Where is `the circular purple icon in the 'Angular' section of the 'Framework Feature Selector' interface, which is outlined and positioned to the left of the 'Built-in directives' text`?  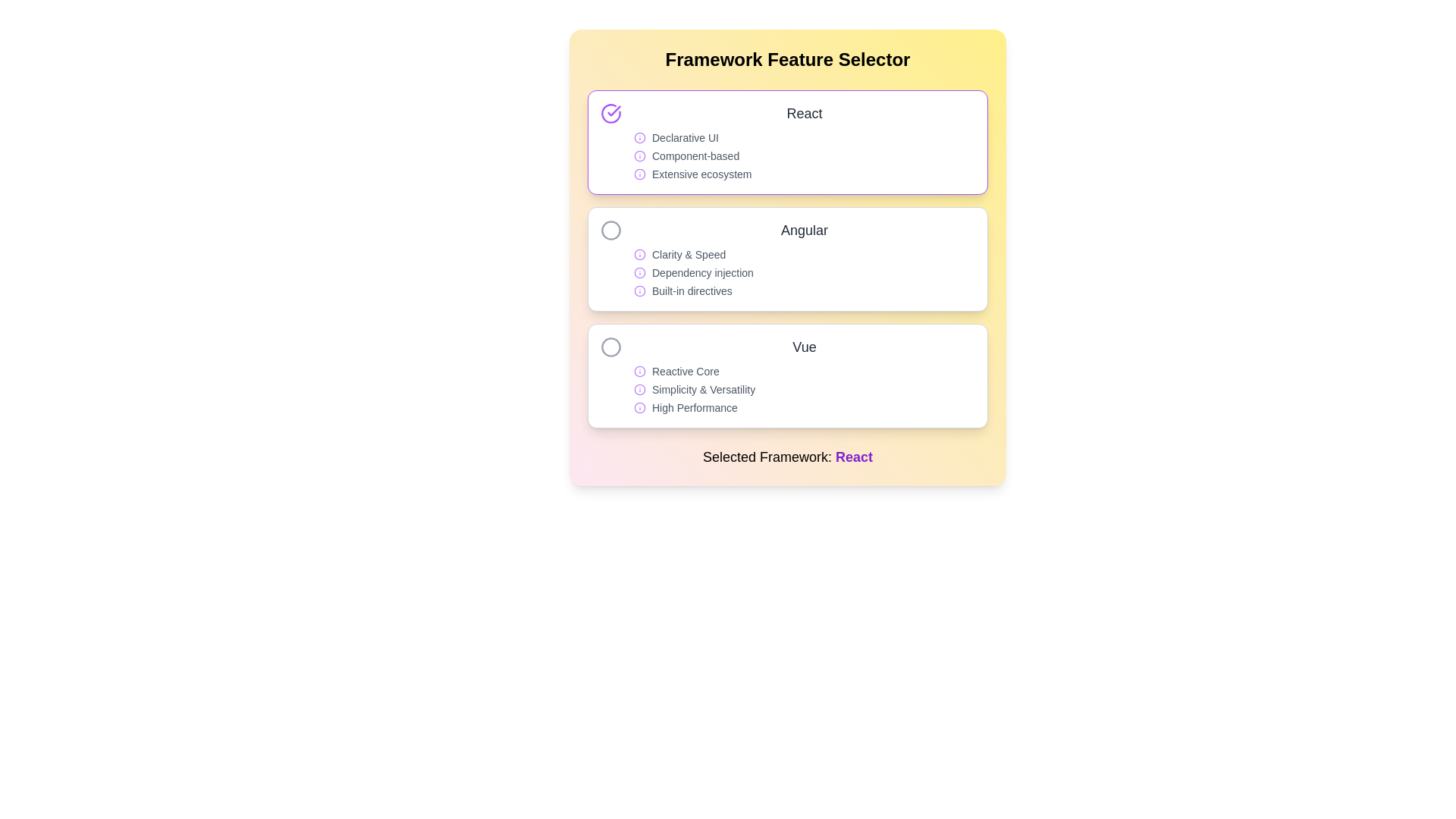
the circular purple icon in the 'Angular' section of the 'Framework Feature Selector' interface, which is outlined and positioned to the left of the 'Built-in directives' text is located at coordinates (640, 291).